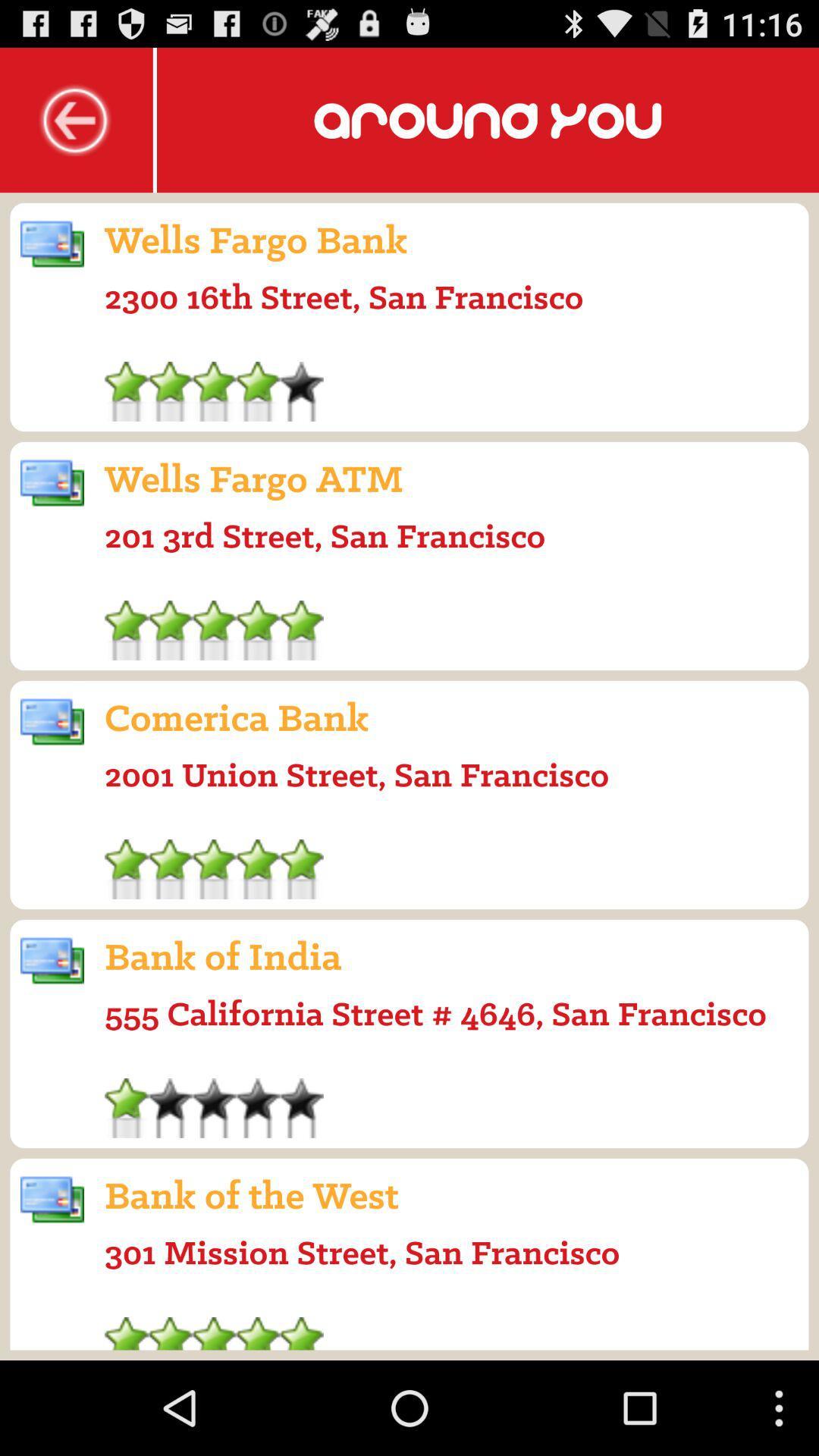  Describe the element at coordinates (76, 119) in the screenshot. I see `the left arrow at top left corner of the page` at that location.